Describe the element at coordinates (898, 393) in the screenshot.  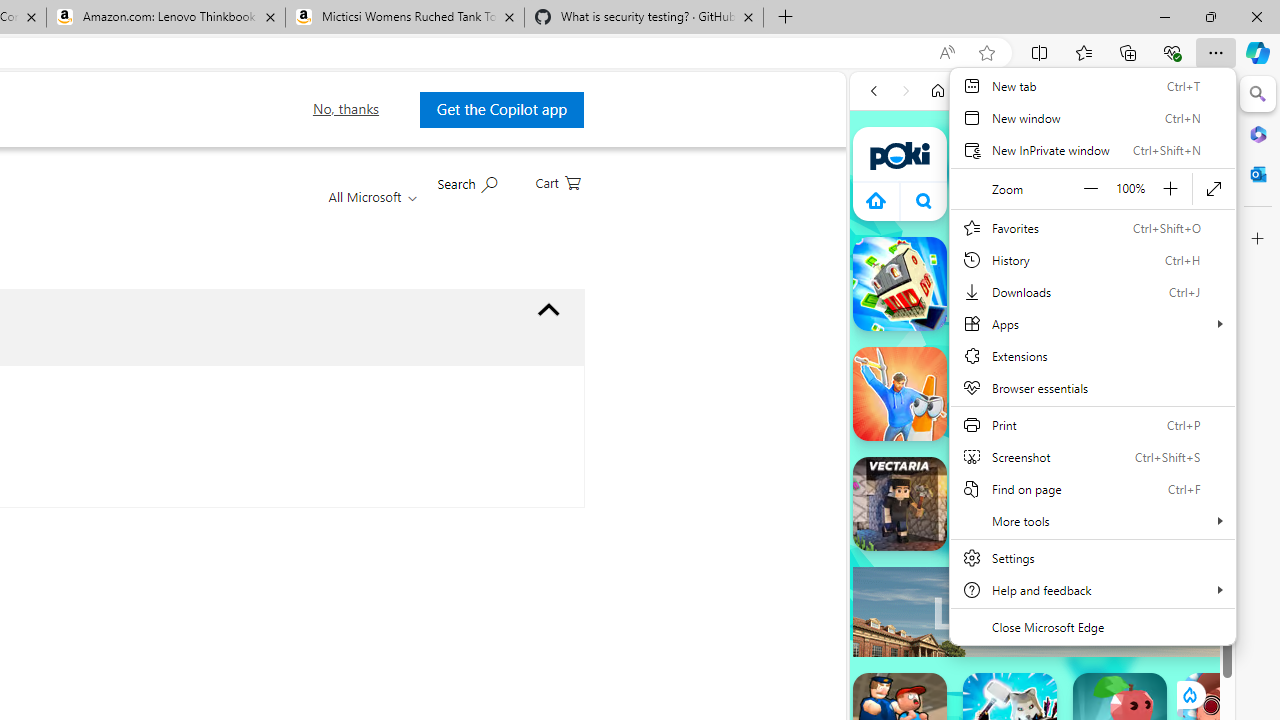
I see `'Simply Prop Hunt Simply Prop Hunt'` at that location.